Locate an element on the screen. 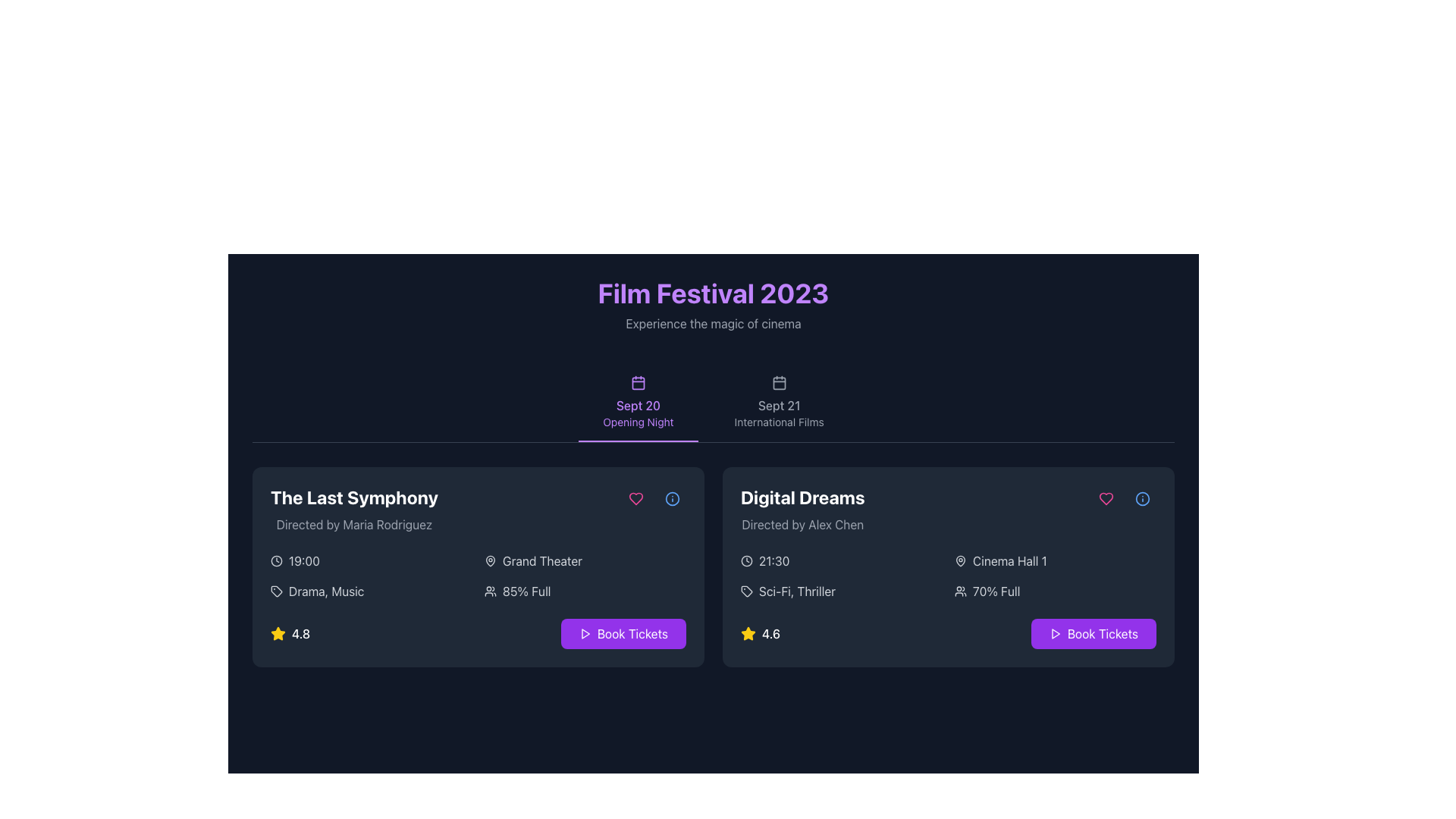 The image size is (1456, 819). the Rating star icon located on the right side of the comparison row for the movie 'Digital Dreams' to interact with it is located at coordinates (748, 633).